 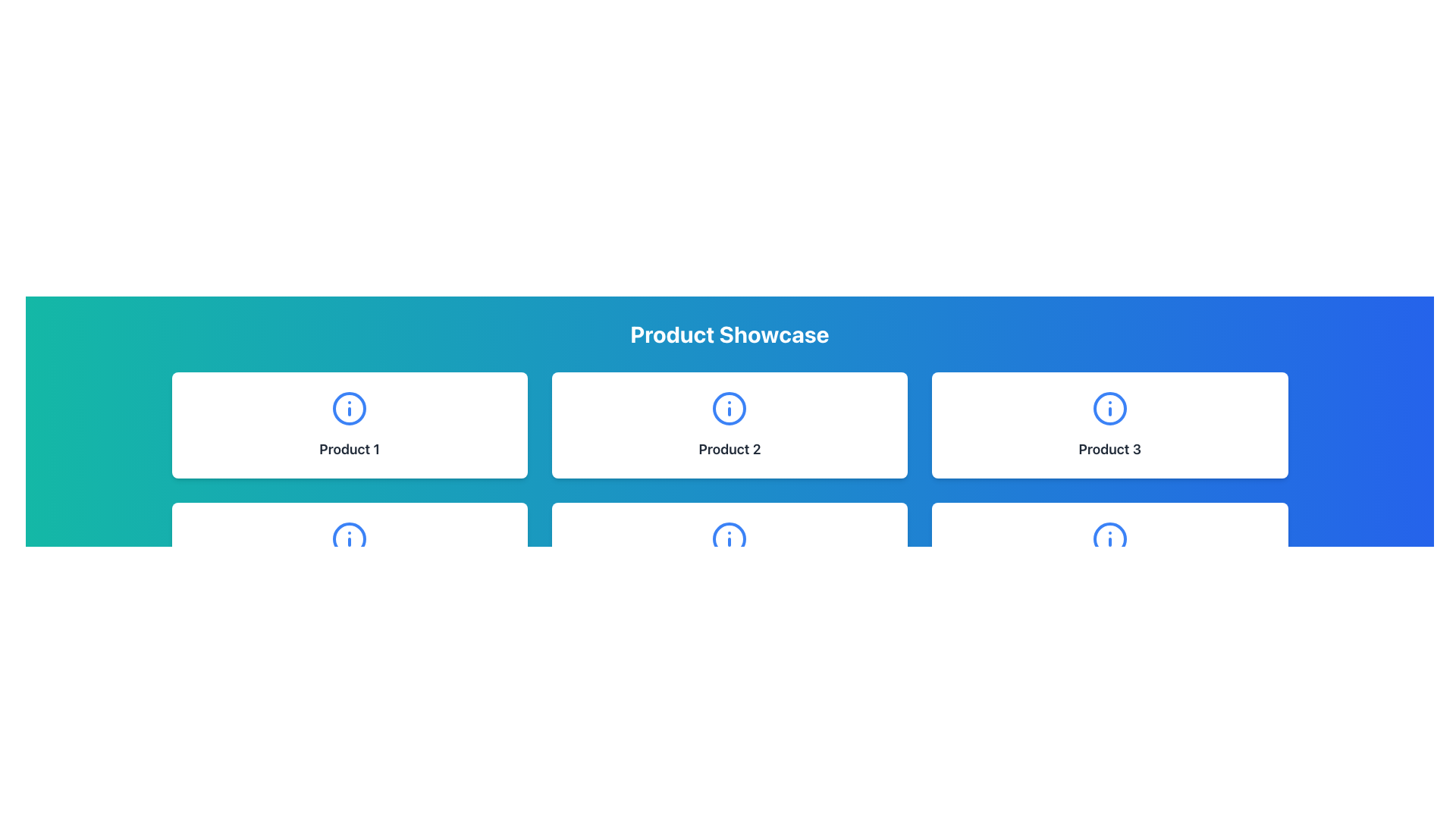 What do you see at coordinates (730, 333) in the screenshot?
I see `the centered title text 'Product Showcase', which is prominently displayed in a bold and large white font against a gradient background` at bounding box center [730, 333].